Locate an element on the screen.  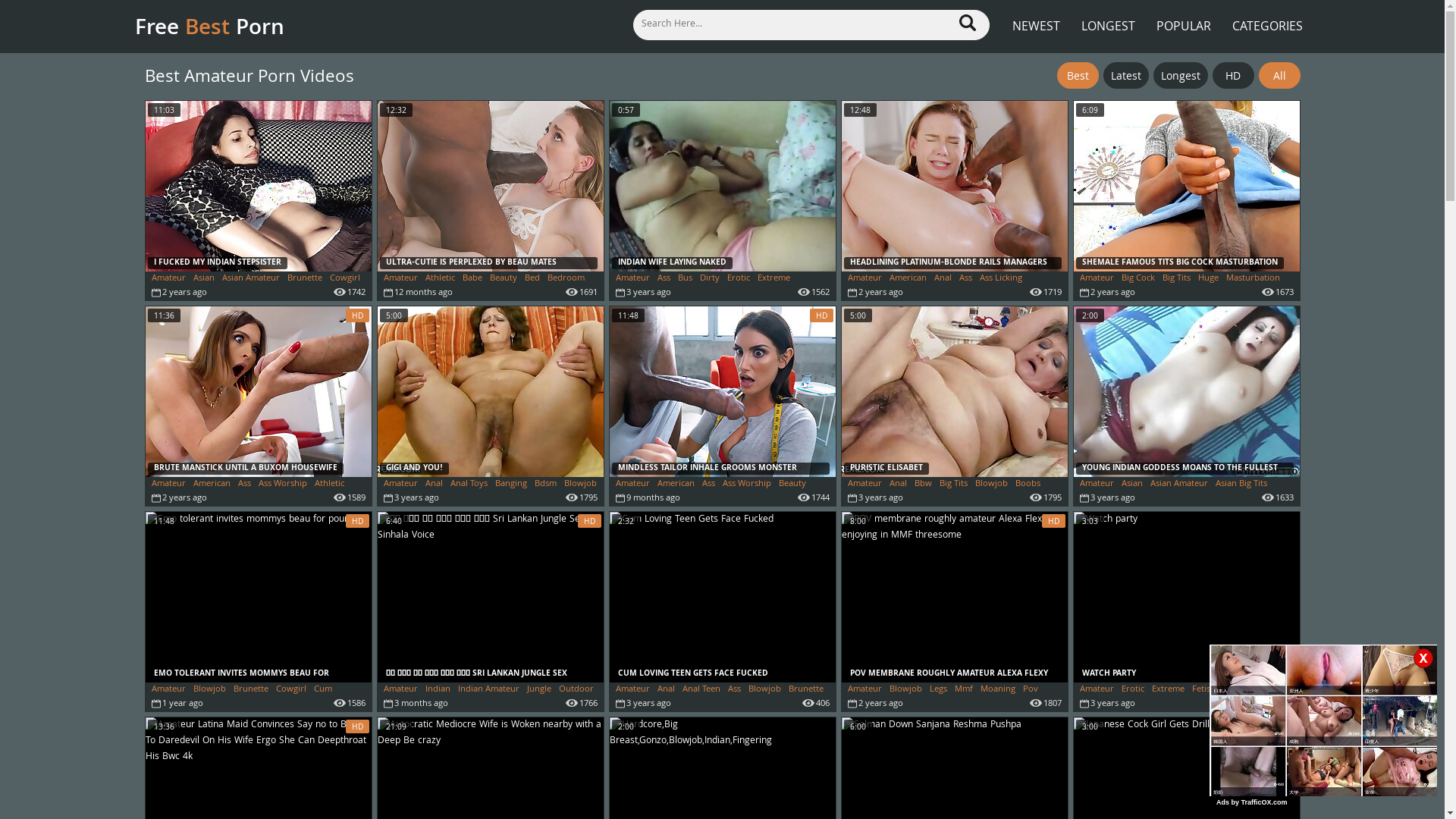
'Mmf' is located at coordinates (962, 689).